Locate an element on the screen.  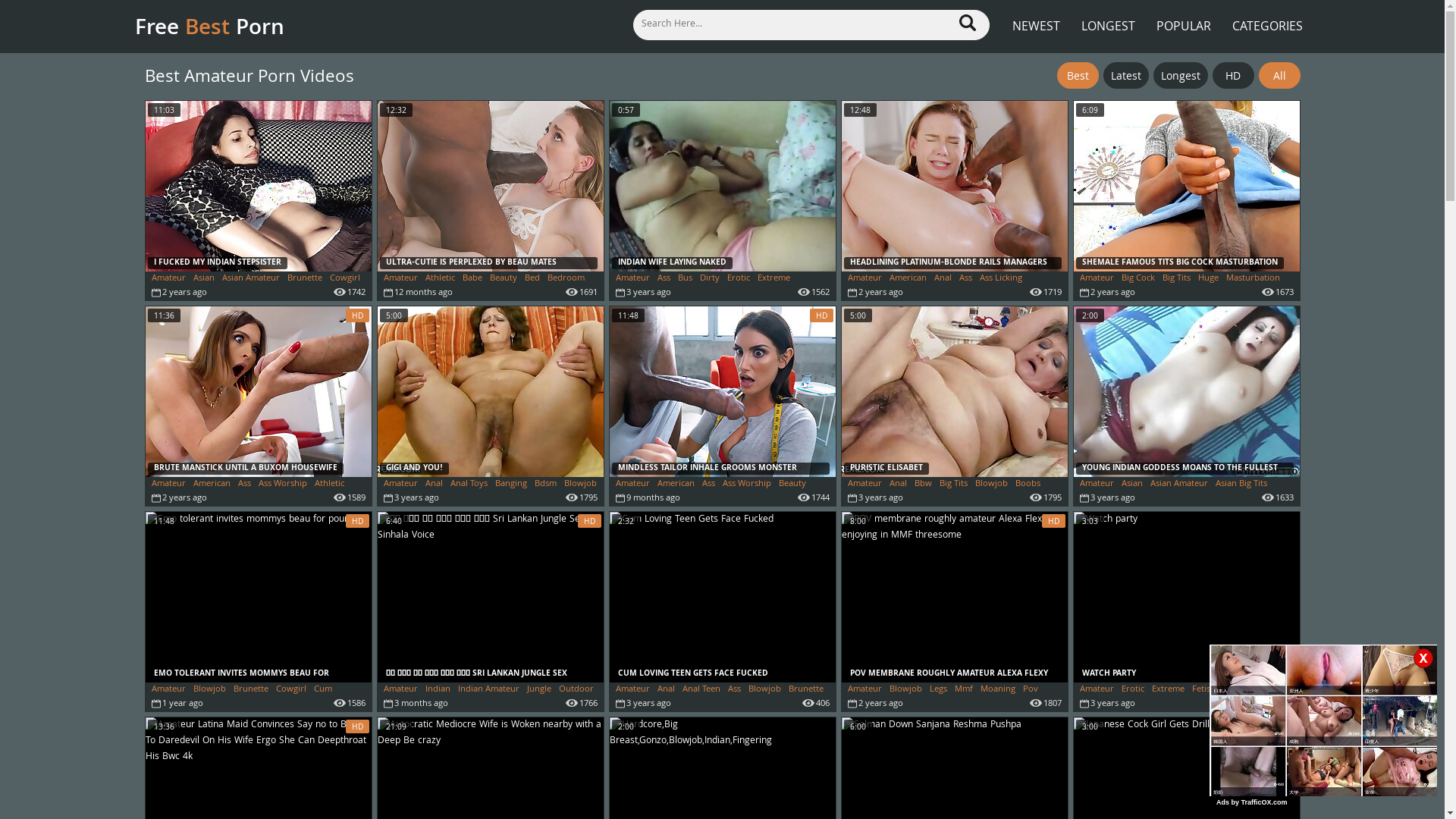
'Mmf' is located at coordinates (962, 689).